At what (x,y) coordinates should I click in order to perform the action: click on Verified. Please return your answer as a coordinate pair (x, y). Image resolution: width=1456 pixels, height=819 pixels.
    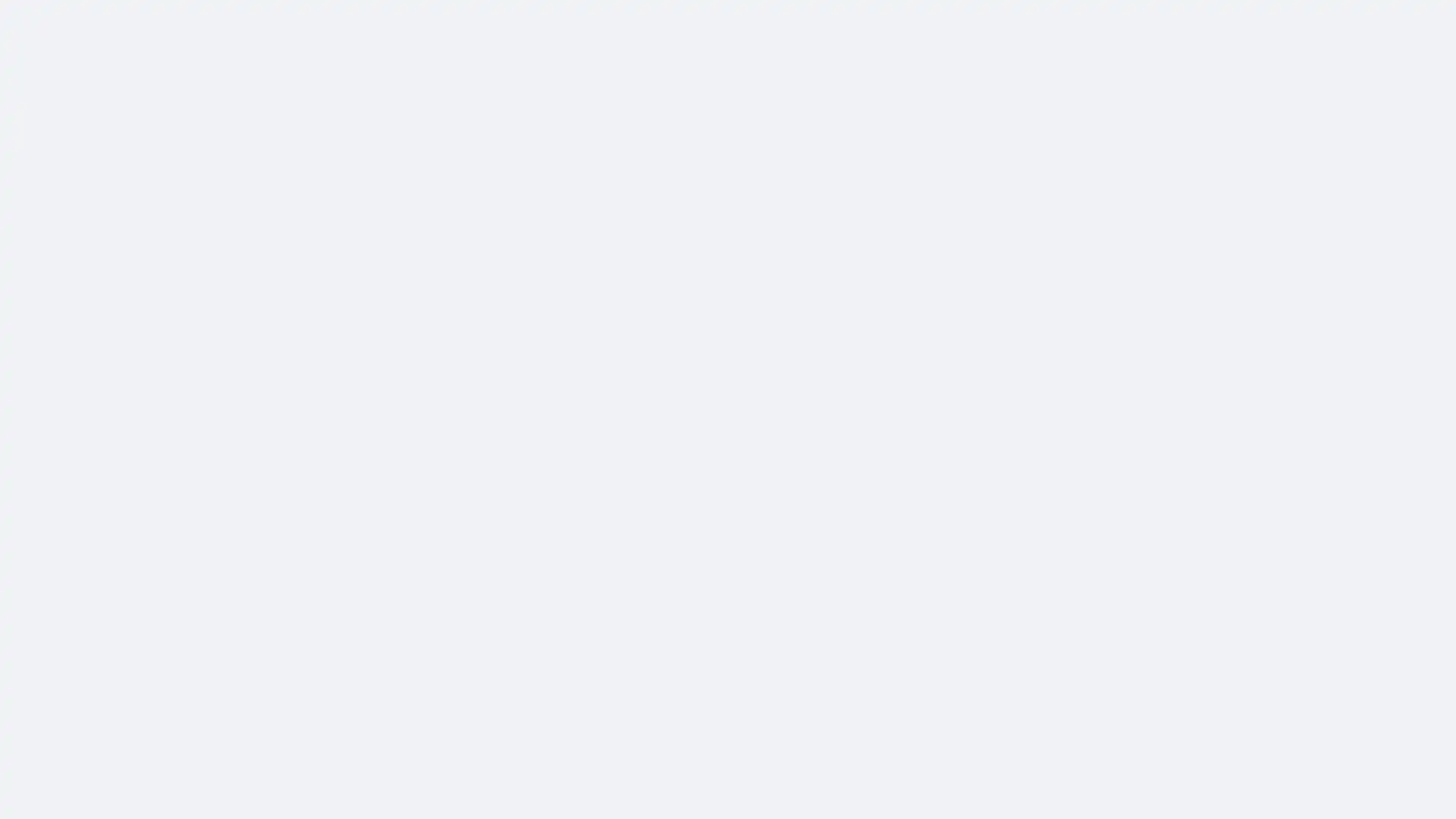
    Looking at the image, I should click on (781, 247).